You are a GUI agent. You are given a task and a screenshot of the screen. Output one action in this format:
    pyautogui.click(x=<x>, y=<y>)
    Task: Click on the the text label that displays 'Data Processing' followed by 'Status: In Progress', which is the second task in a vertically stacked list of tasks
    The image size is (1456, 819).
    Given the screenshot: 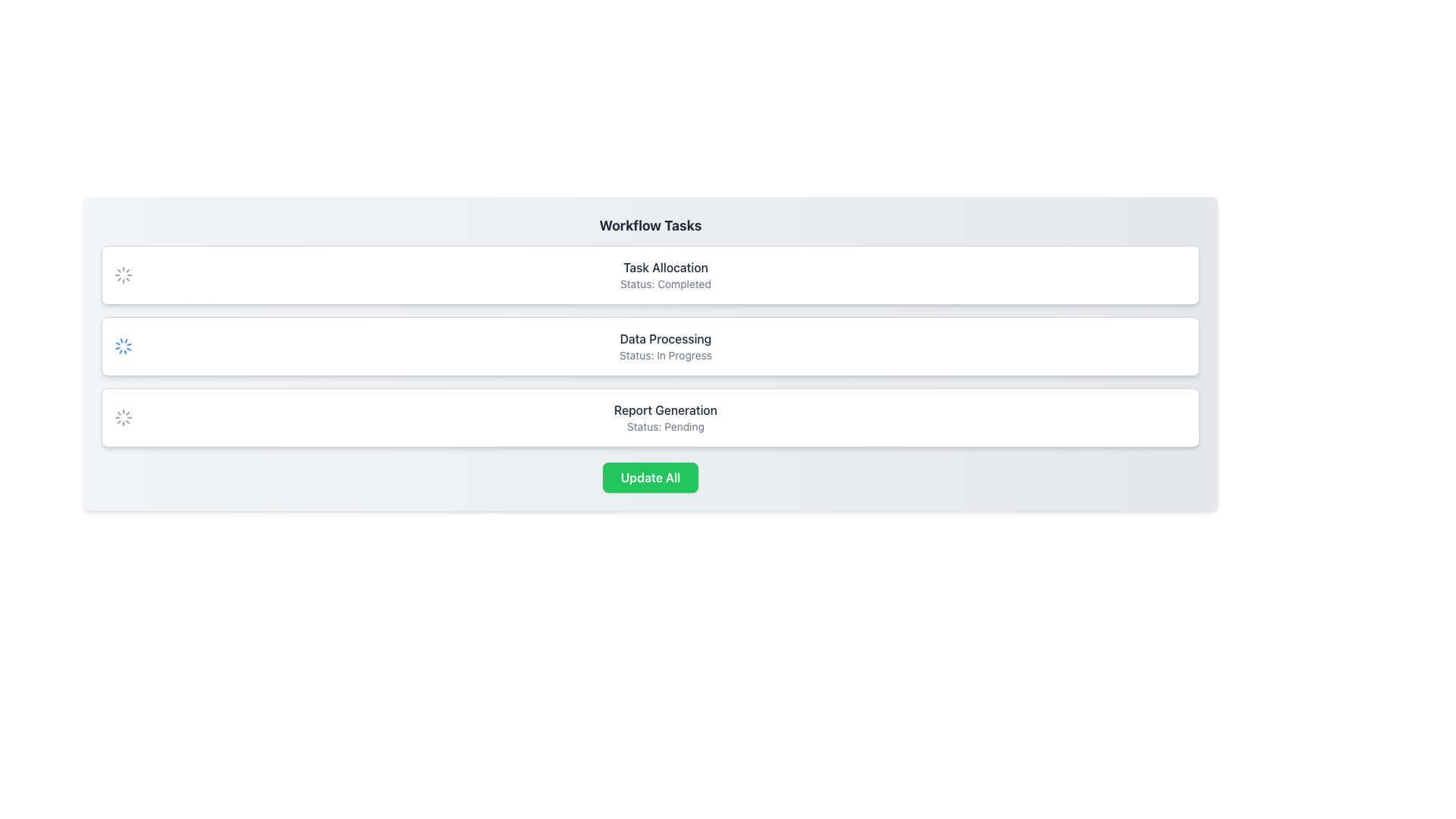 What is the action you would take?
    pyautogui.click(x=666, y=346)
    